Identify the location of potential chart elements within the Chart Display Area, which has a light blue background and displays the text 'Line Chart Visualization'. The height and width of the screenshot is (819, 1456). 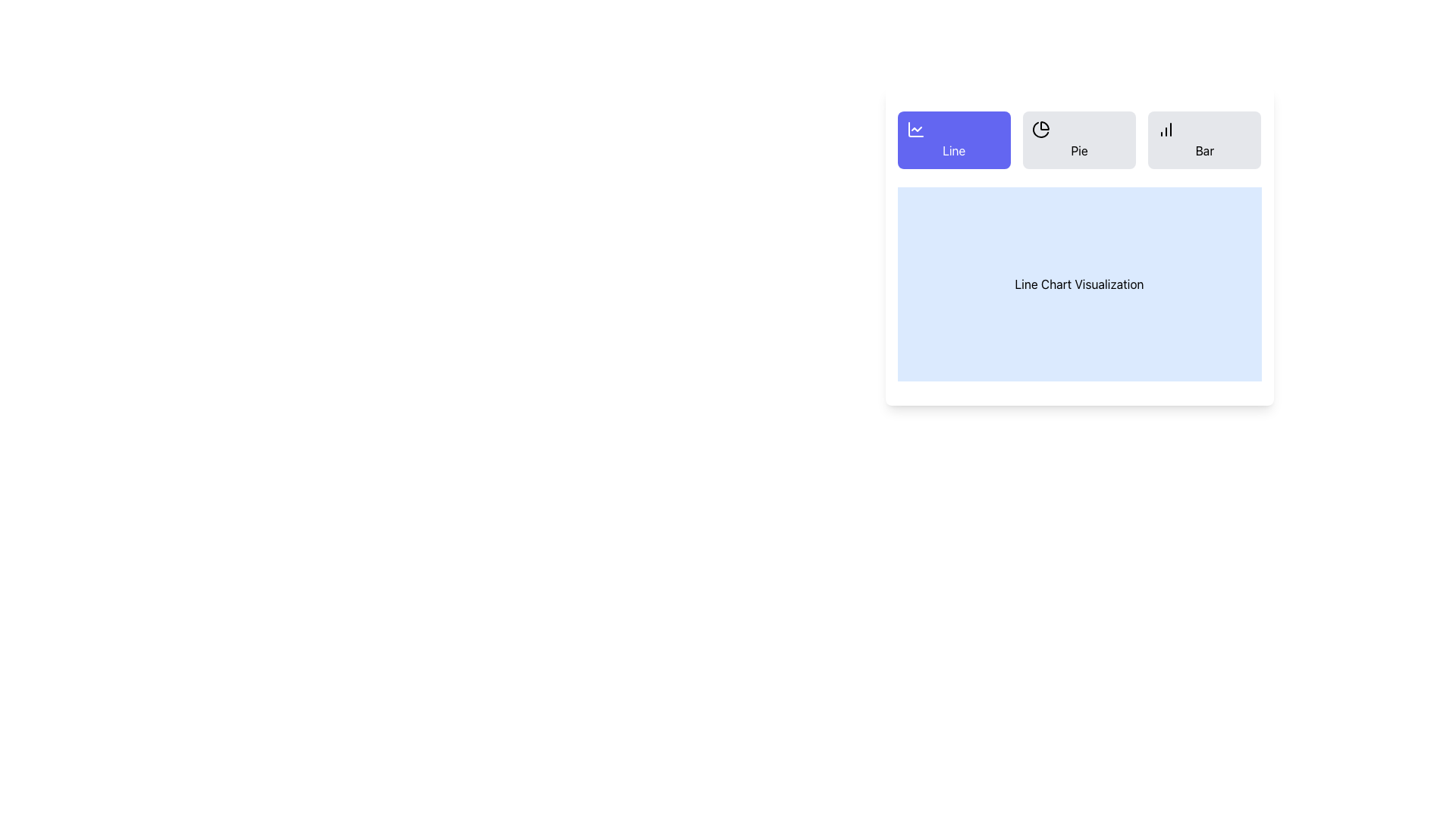
(1078, 284).